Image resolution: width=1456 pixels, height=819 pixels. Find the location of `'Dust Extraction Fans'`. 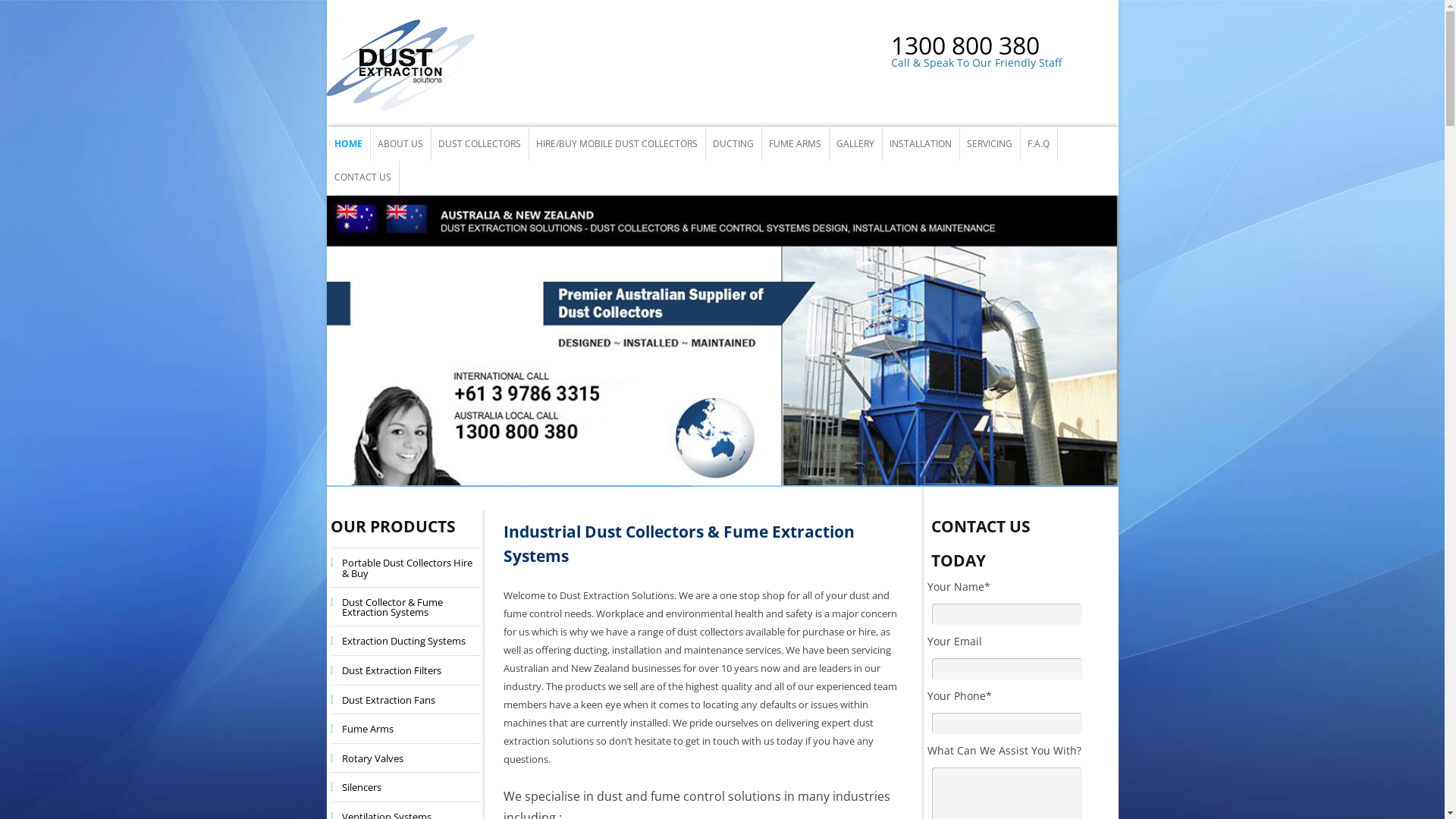

'Dust Extraction Fans' is located at coordinates (384, 699).